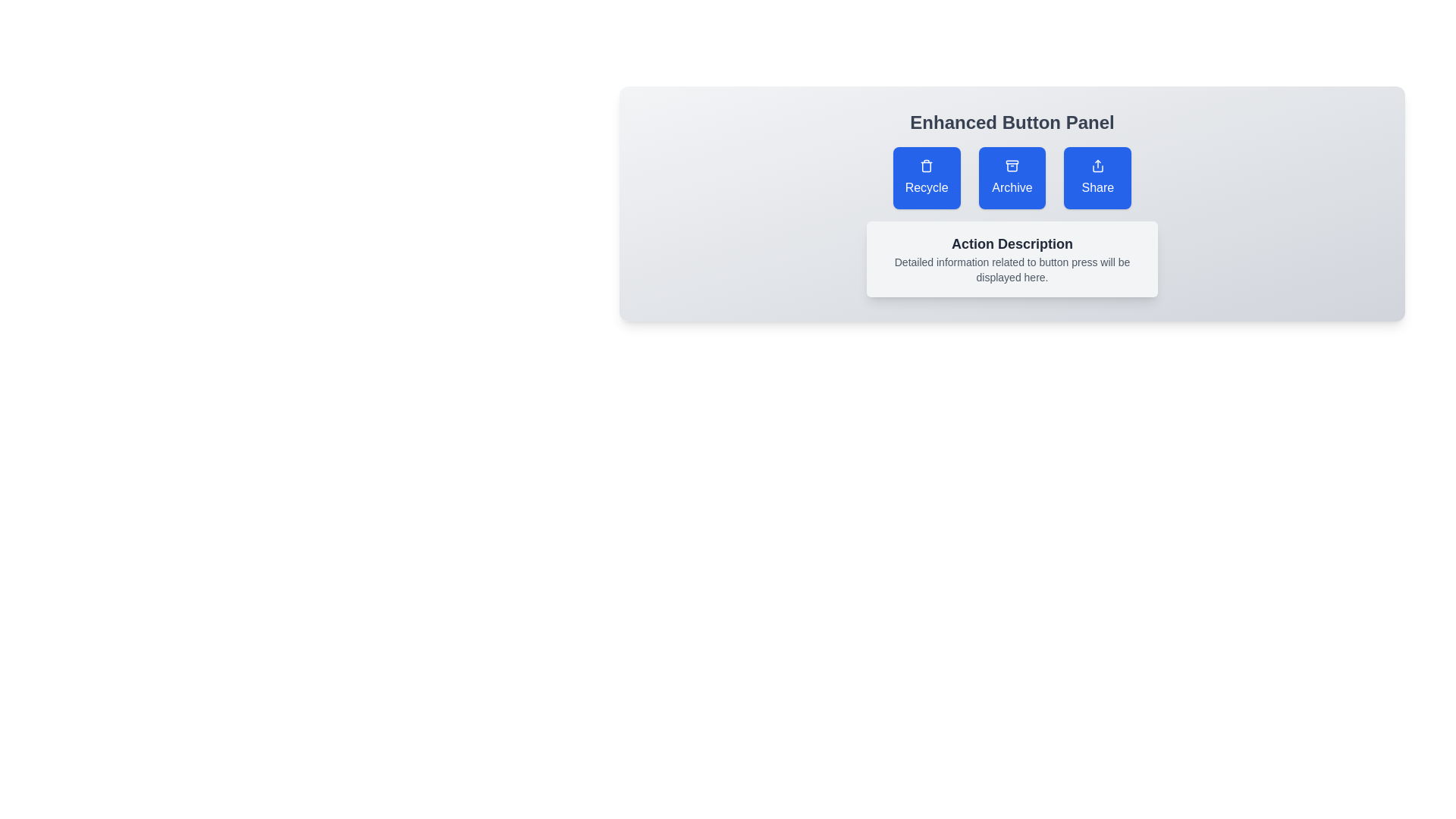  I want to click on the 'Share' button, so click(1097, 177).